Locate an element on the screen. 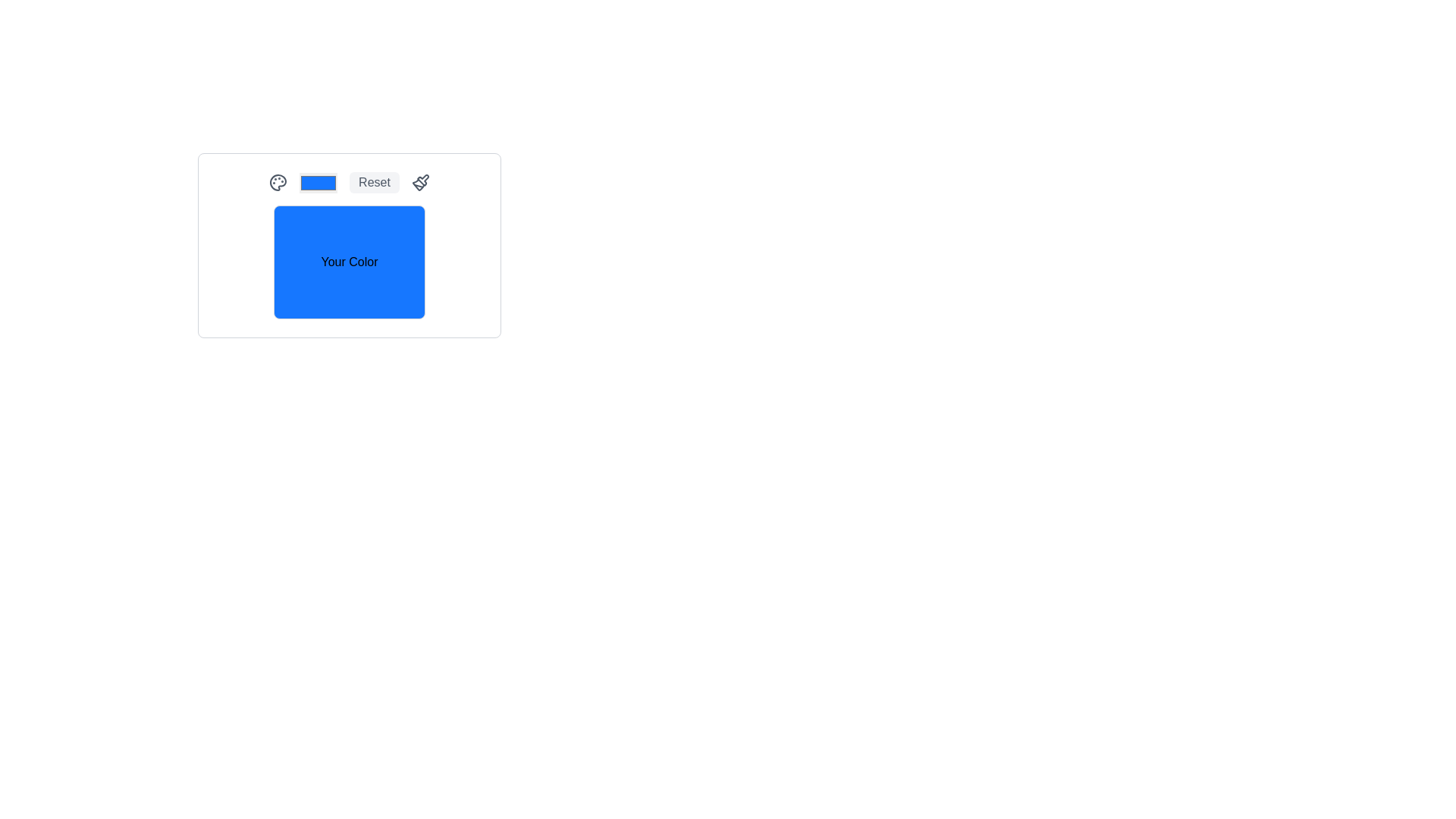 This screenshot has height=819, width=1456. the text label displaying 'Your Color' in black font on a bright blue background with rounded corners is located at coordinates (348, 262).